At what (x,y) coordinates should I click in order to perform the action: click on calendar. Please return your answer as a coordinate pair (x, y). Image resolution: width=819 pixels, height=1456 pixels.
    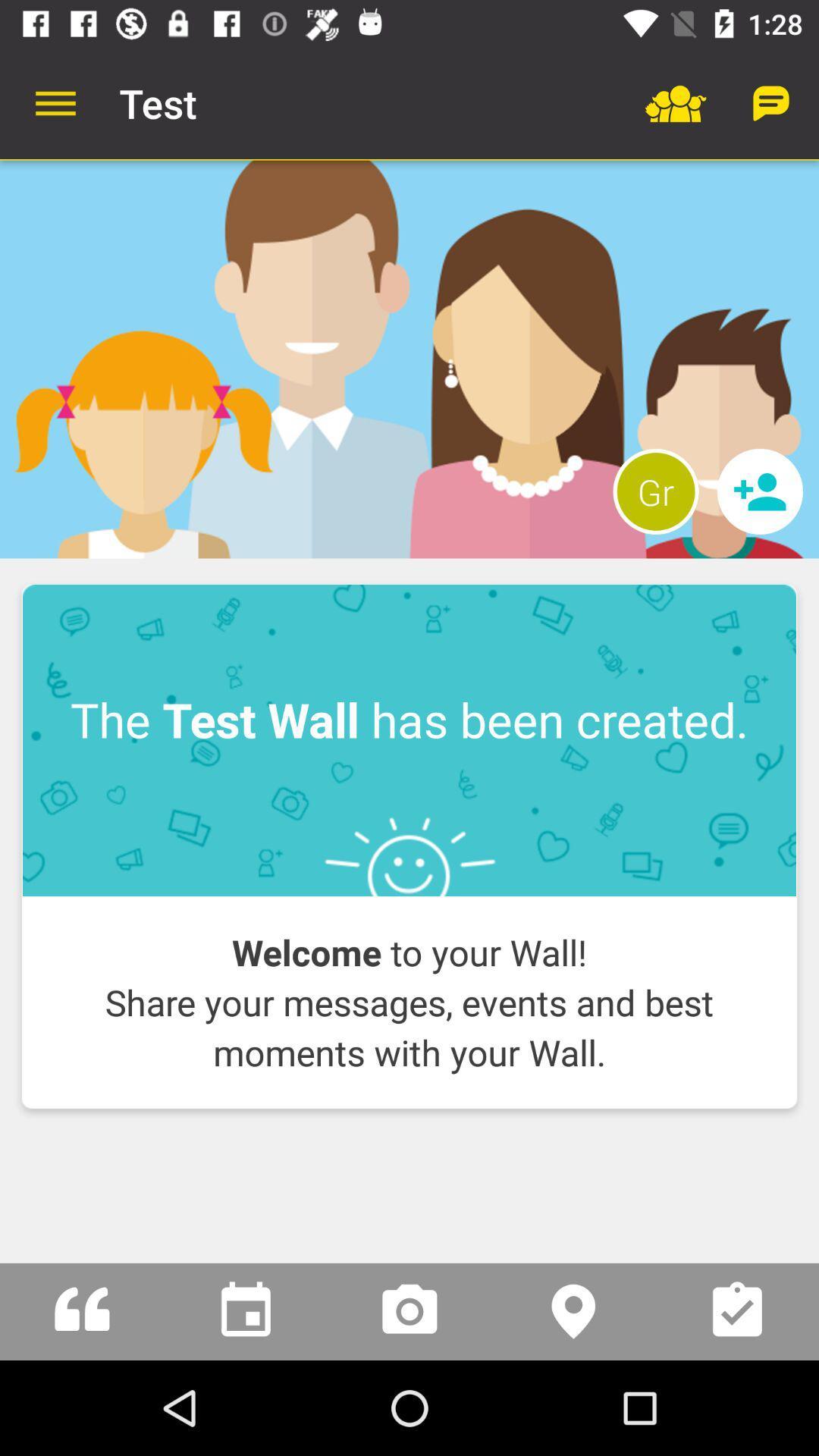
    Looking at the image, I should click on (245, 1310).